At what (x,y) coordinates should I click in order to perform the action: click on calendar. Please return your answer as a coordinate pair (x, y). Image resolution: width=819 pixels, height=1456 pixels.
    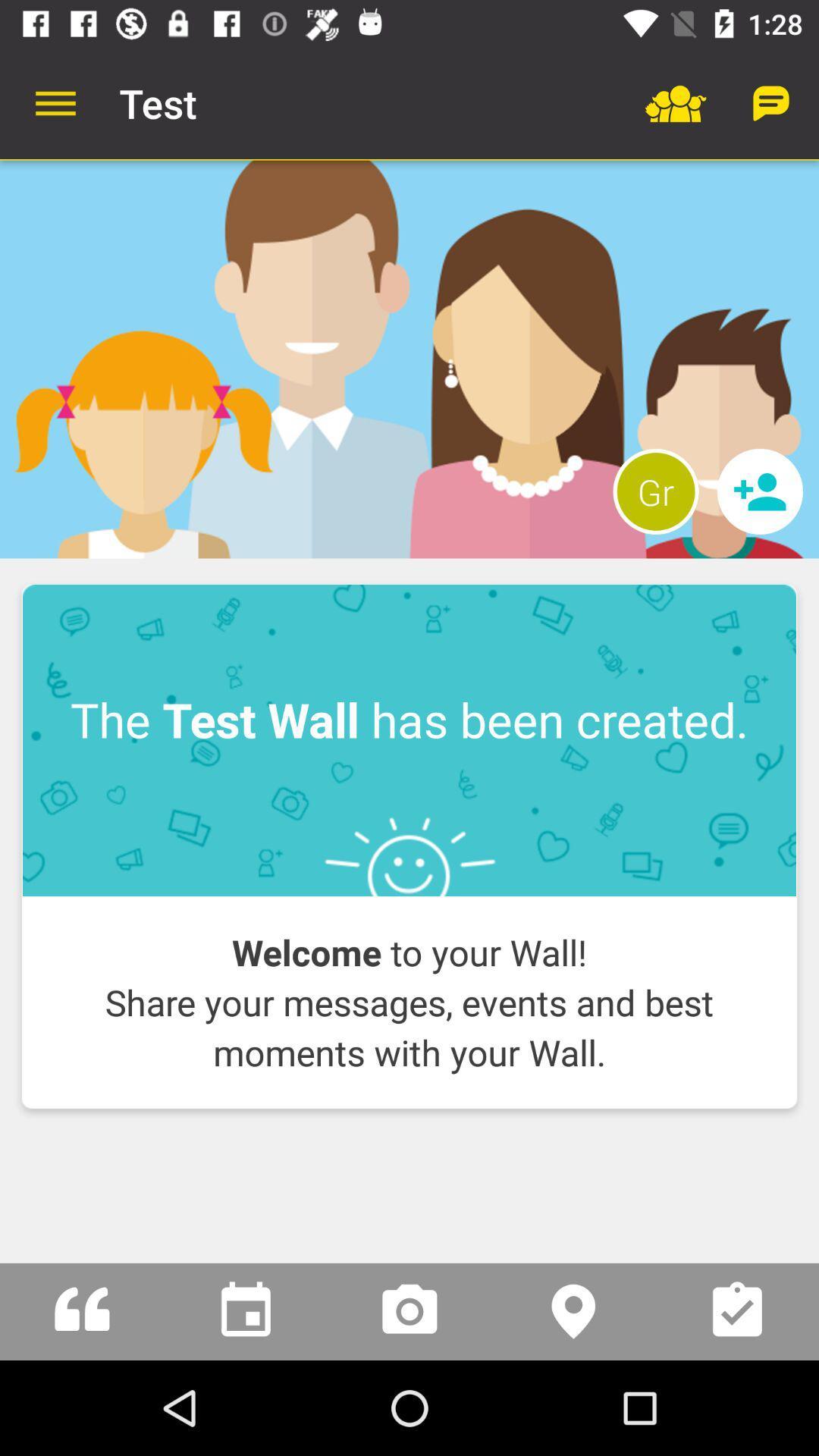
    Looking at the image, I should click on (245, 1310).